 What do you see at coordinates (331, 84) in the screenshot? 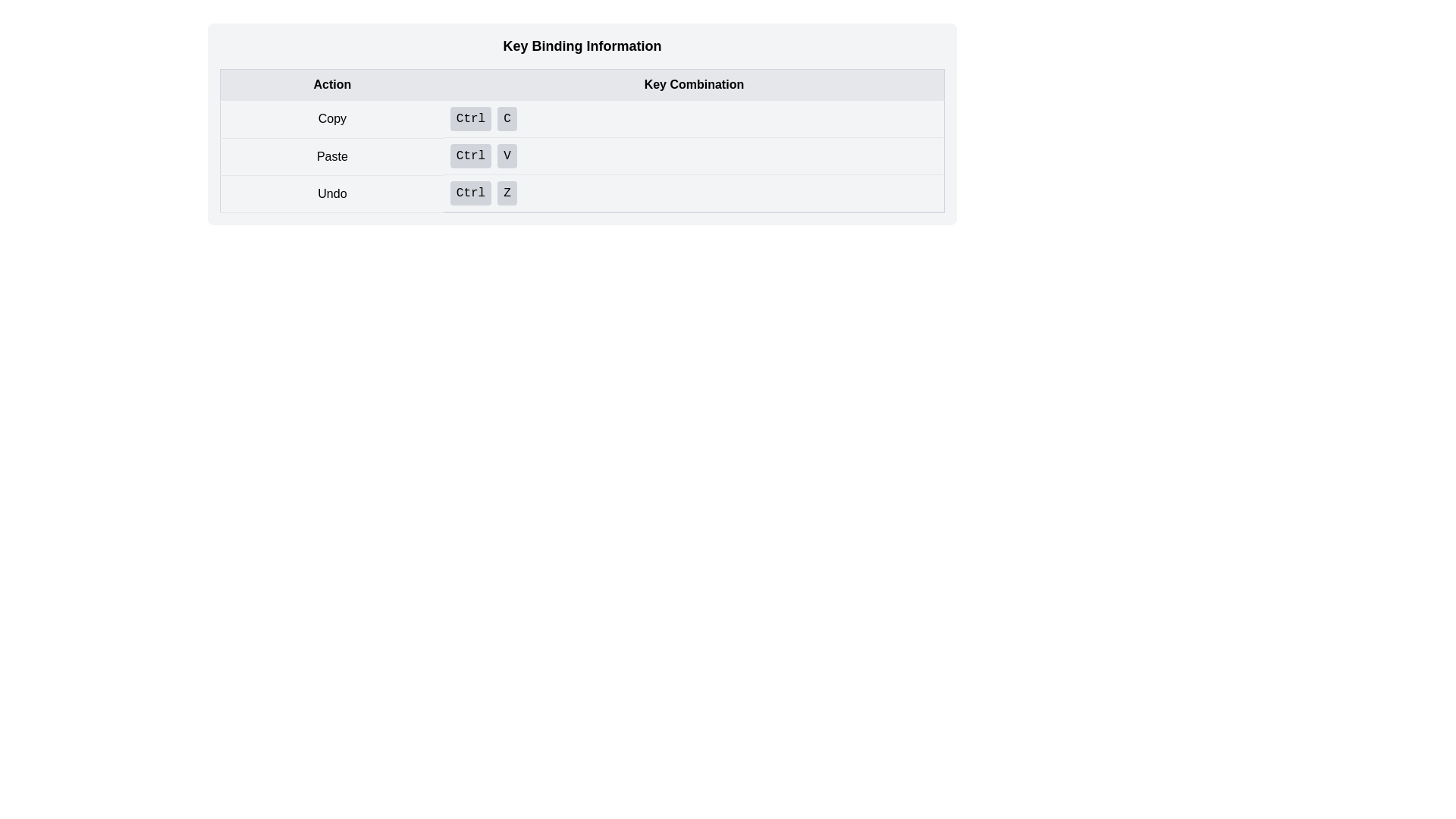
I see `text of the header label for the 'Action' column located at the top-left of the two-column header row in the table` at bounding box center [331, 84].